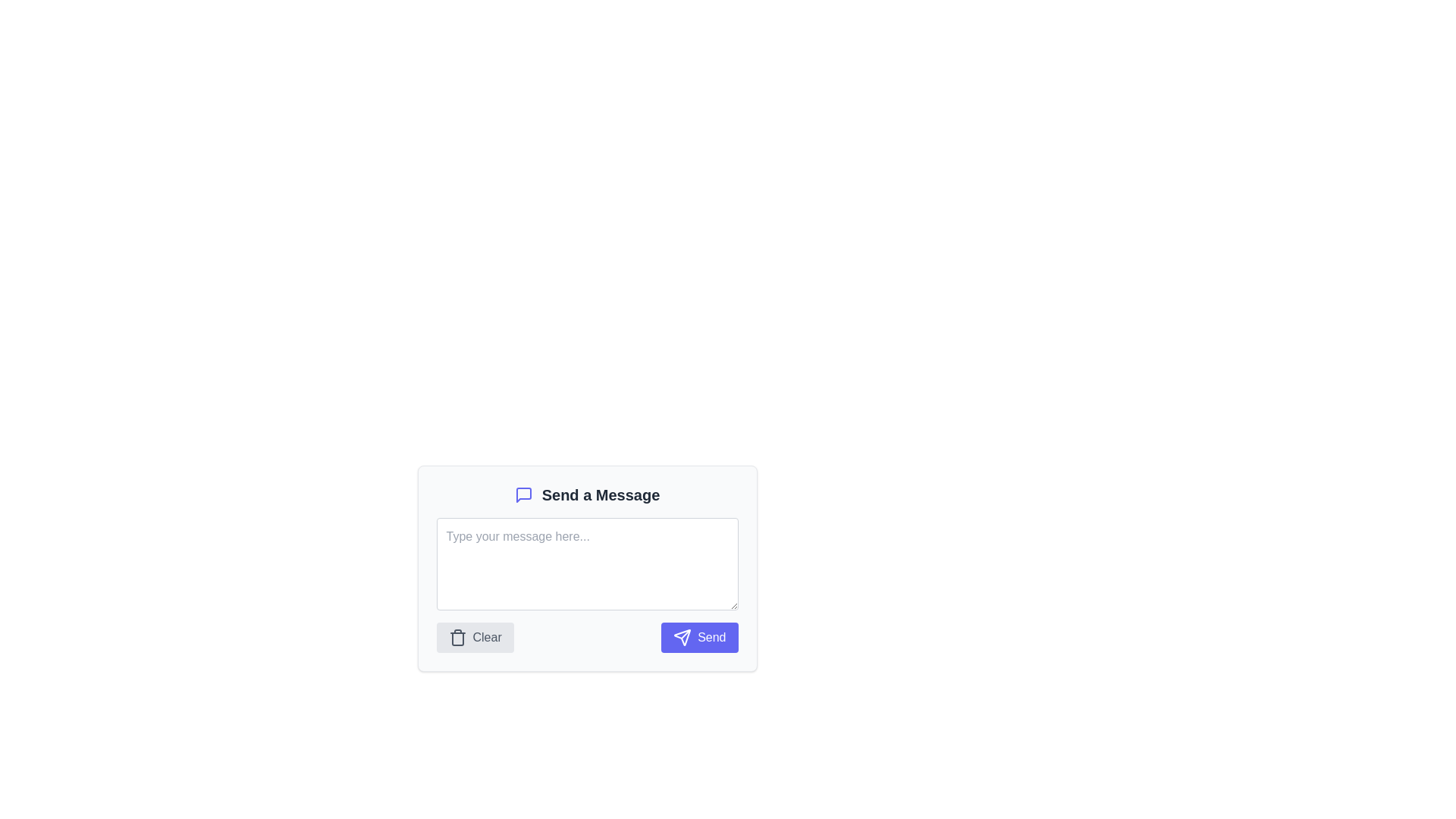 Image resolution: width=1456 pixels, height=819 pixels. What do you see at coordinates (586, 568) in the screenshot?
I see `the text input field labeled 'Type your message here...' by tabbing into it` at bounding box center [586, 568].